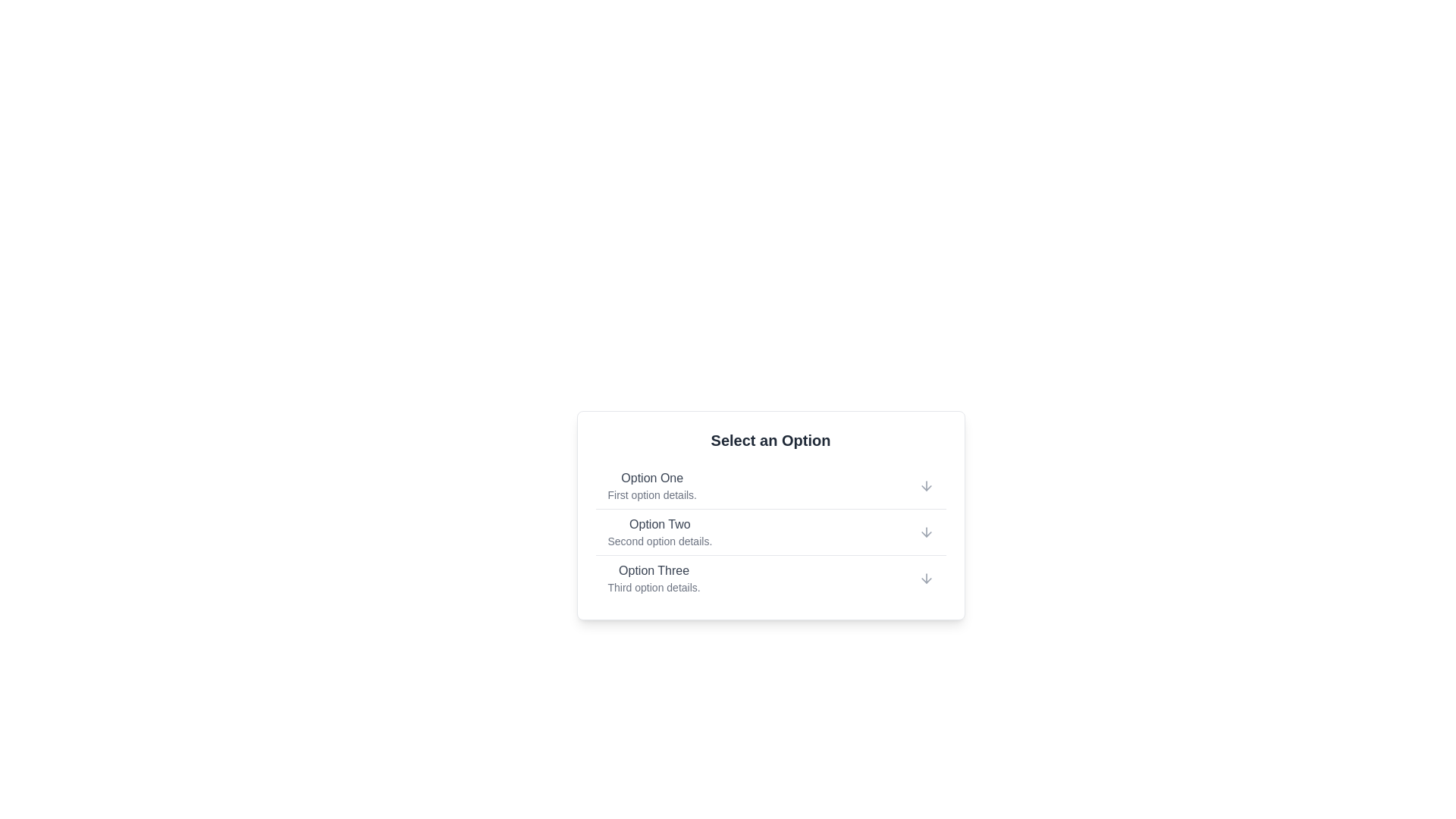 The image size is (1456, 819). What do you see at coordinates (652, 494) in the screenshot?
I see `the text label that reads 'First option details.' which is presented in a small, light-gray font, located directly below the main title 'Option One'` at bounding box center [652, 494].